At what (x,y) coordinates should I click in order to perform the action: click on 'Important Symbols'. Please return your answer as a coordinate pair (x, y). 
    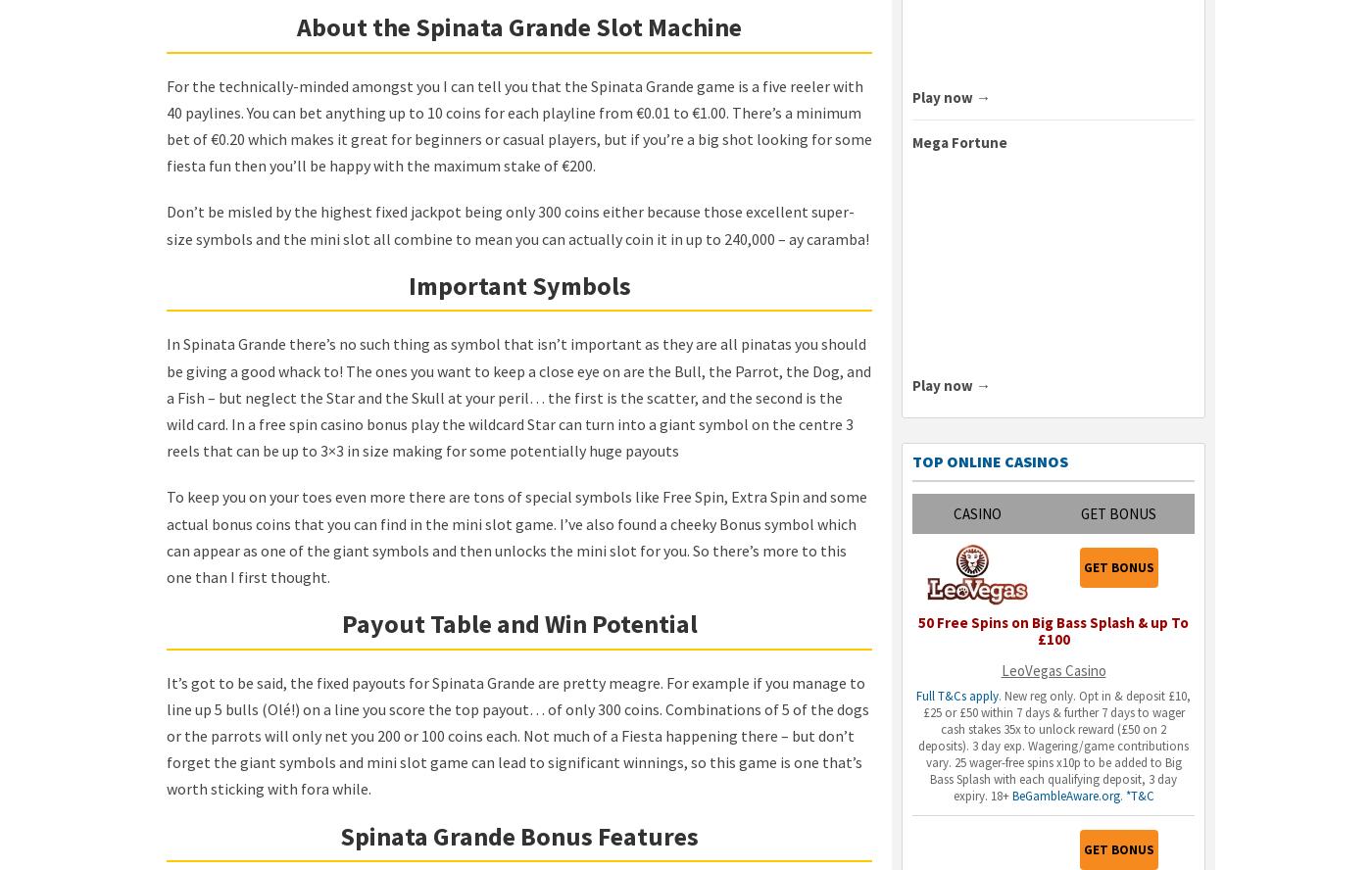
    Looking at the image, I should click on (518, 283).